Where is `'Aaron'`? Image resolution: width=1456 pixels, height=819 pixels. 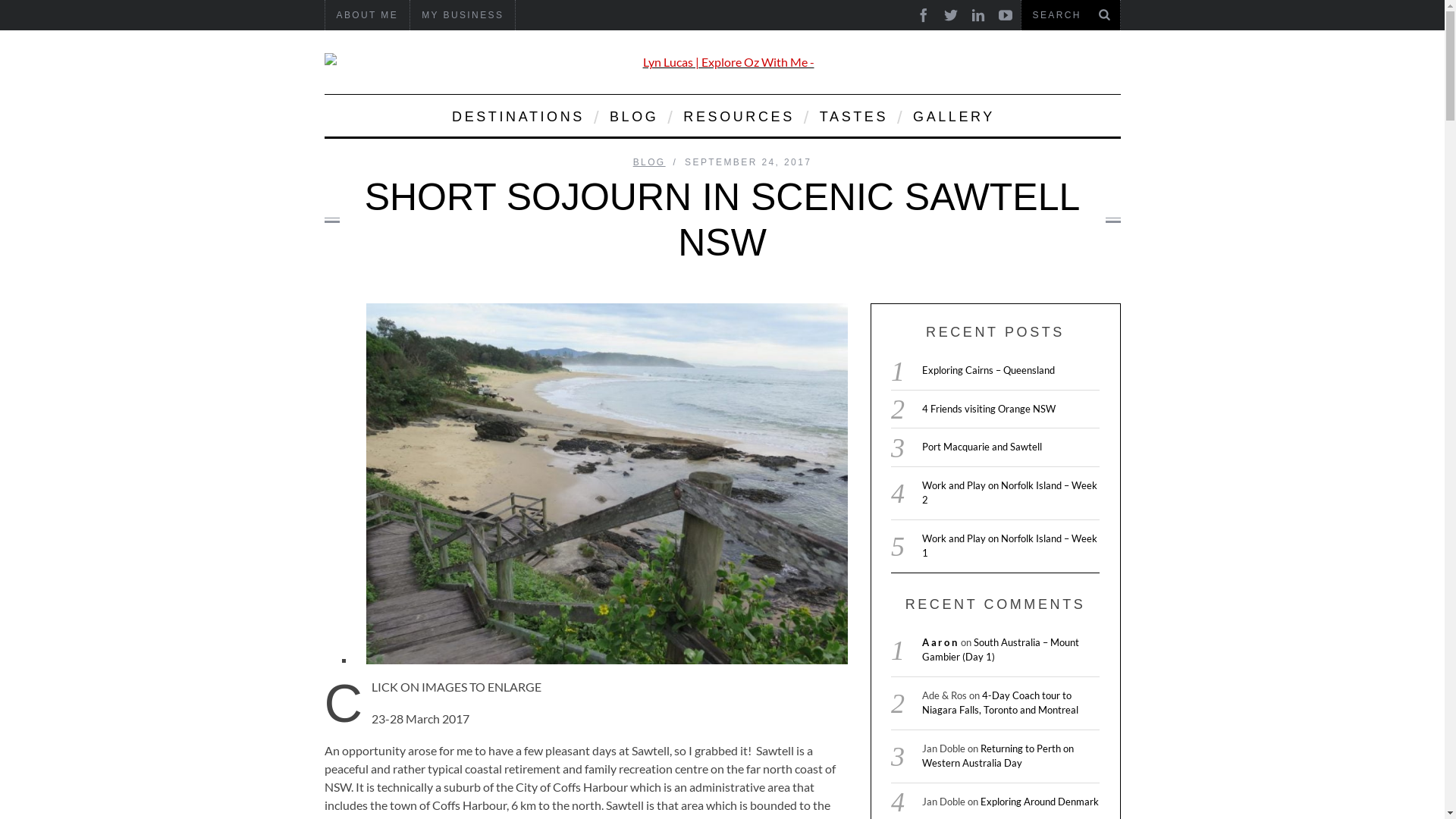 'Aaron' is located at coordinates (921, 642).